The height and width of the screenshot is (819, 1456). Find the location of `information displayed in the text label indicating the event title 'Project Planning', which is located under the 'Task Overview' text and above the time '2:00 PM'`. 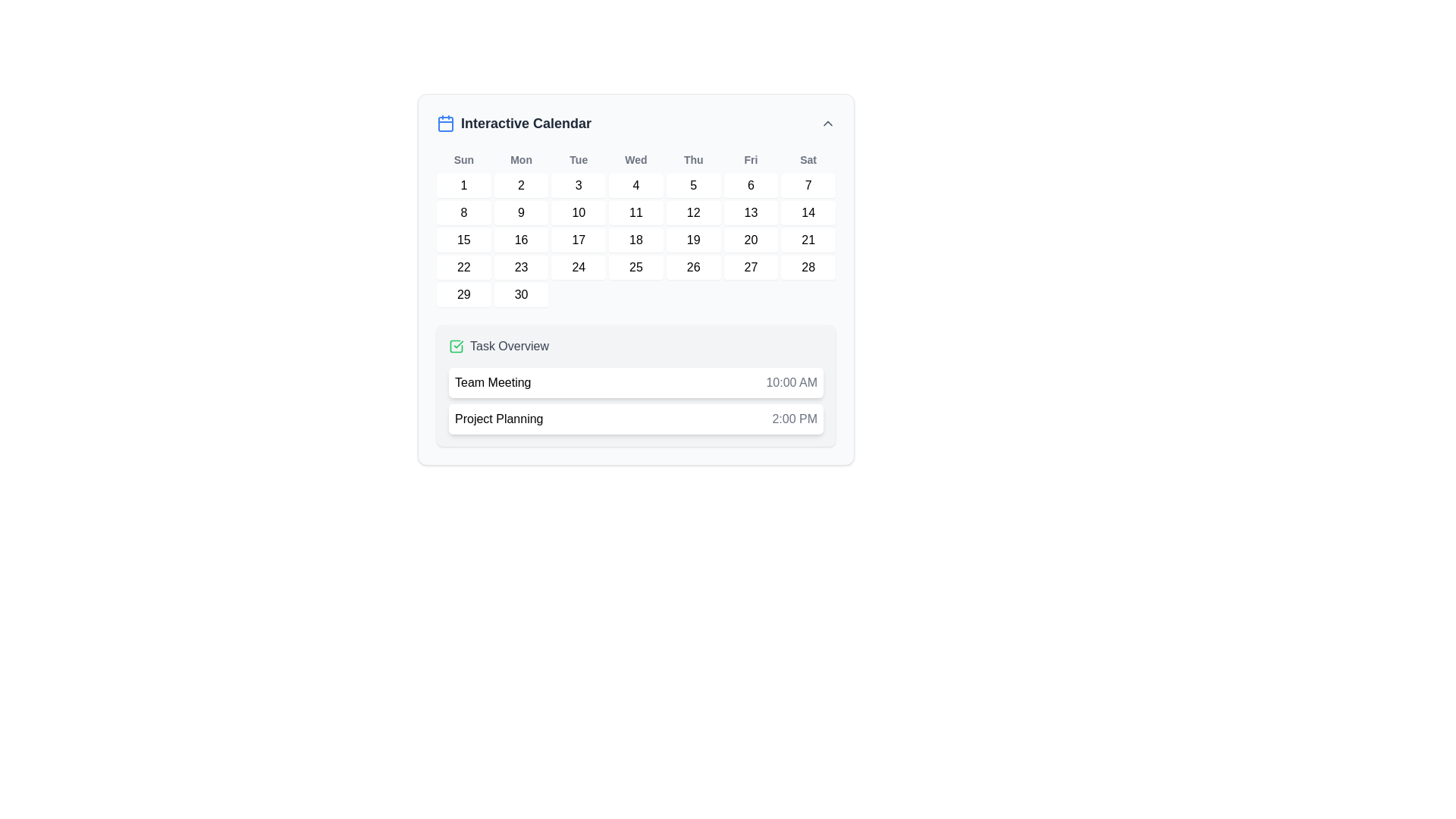

information displayed in the text label indicating the event title 'Project Planning', which is located under the 'Task Overview' text and above the time '2:00 PM' is located at coordinates (499, 419).